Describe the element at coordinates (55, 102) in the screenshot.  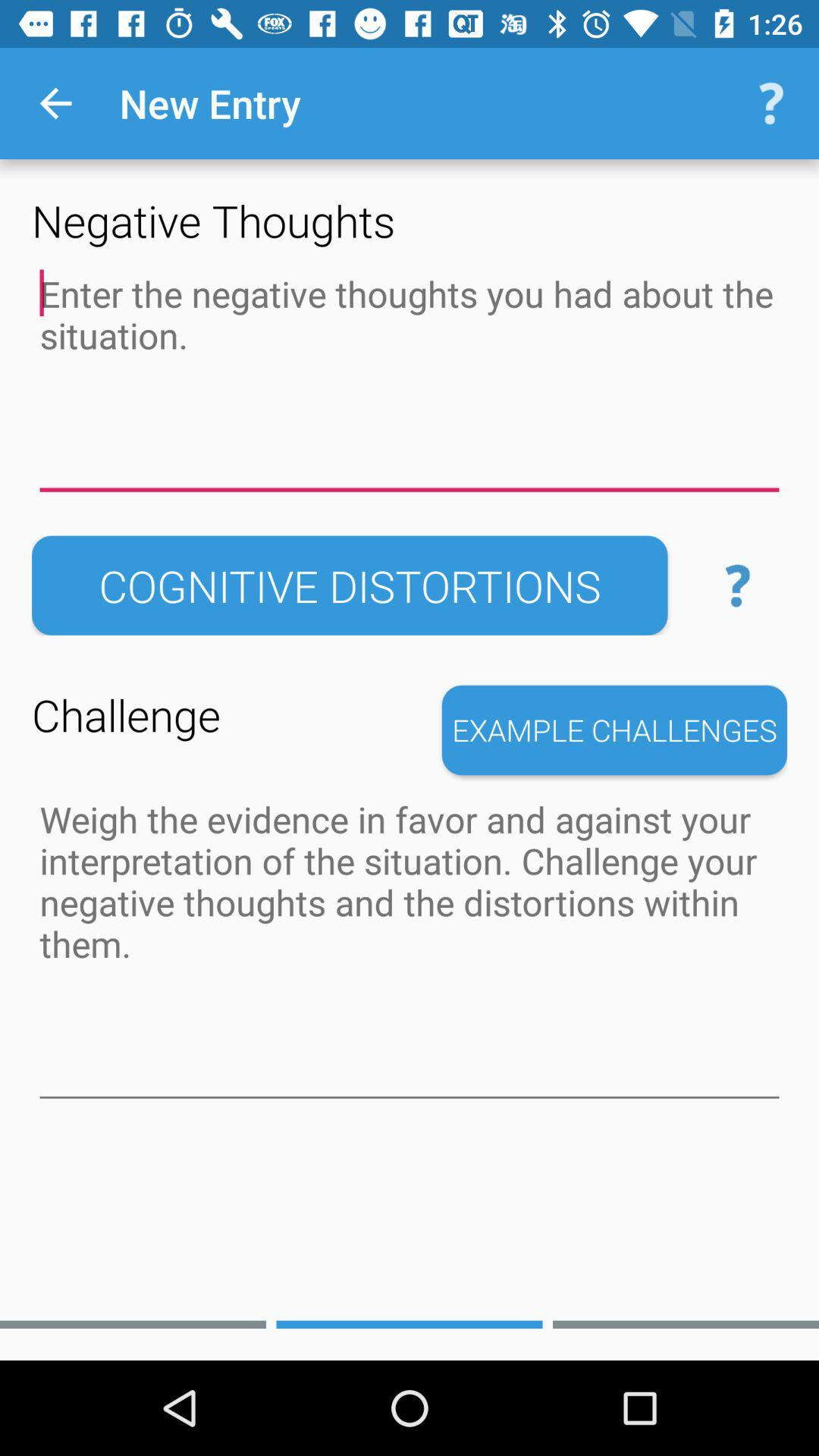
I see `the icon next to new entry` at that location.